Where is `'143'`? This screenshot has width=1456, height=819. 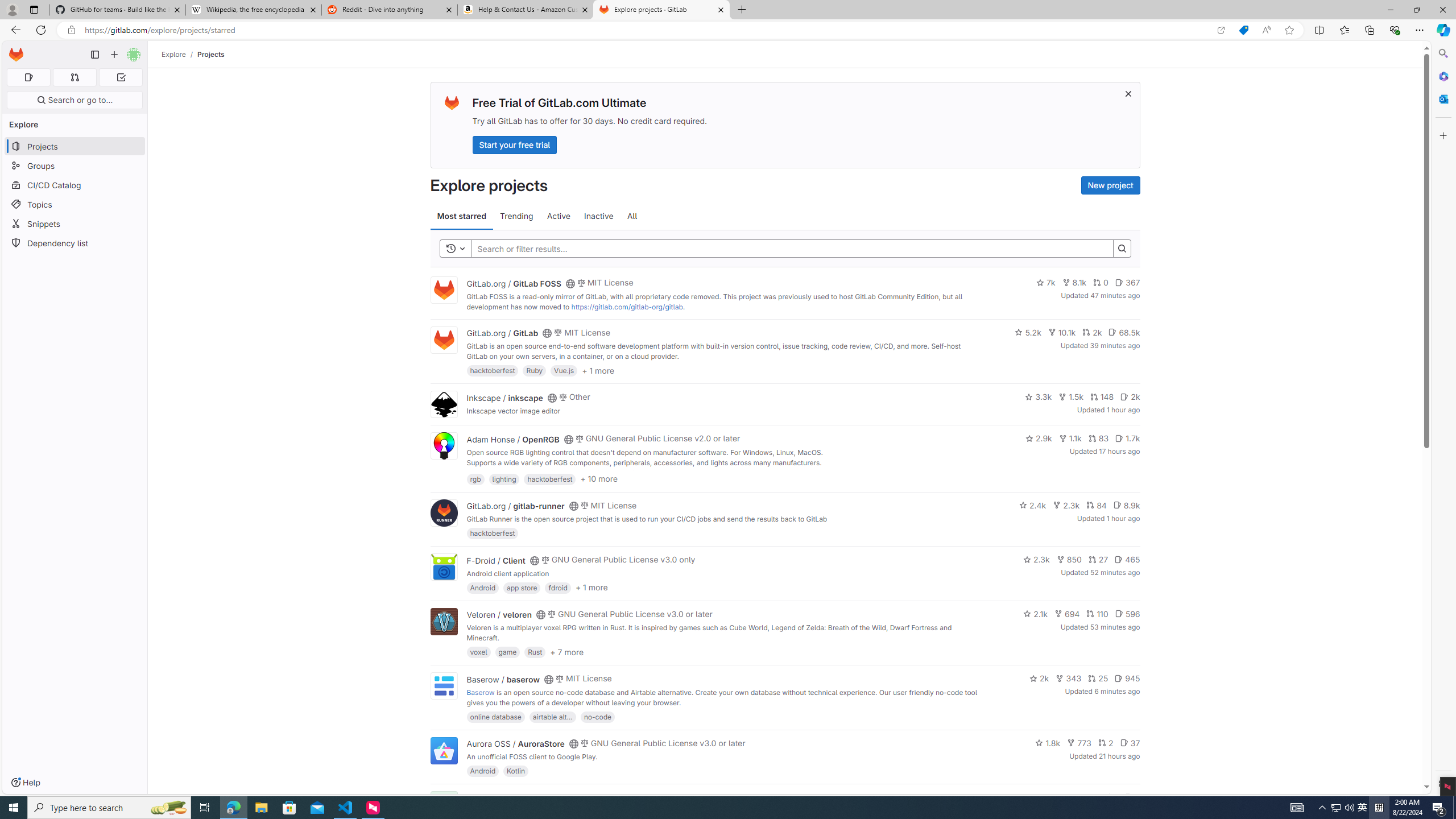
'143' is located at coordinates (1085, 797).